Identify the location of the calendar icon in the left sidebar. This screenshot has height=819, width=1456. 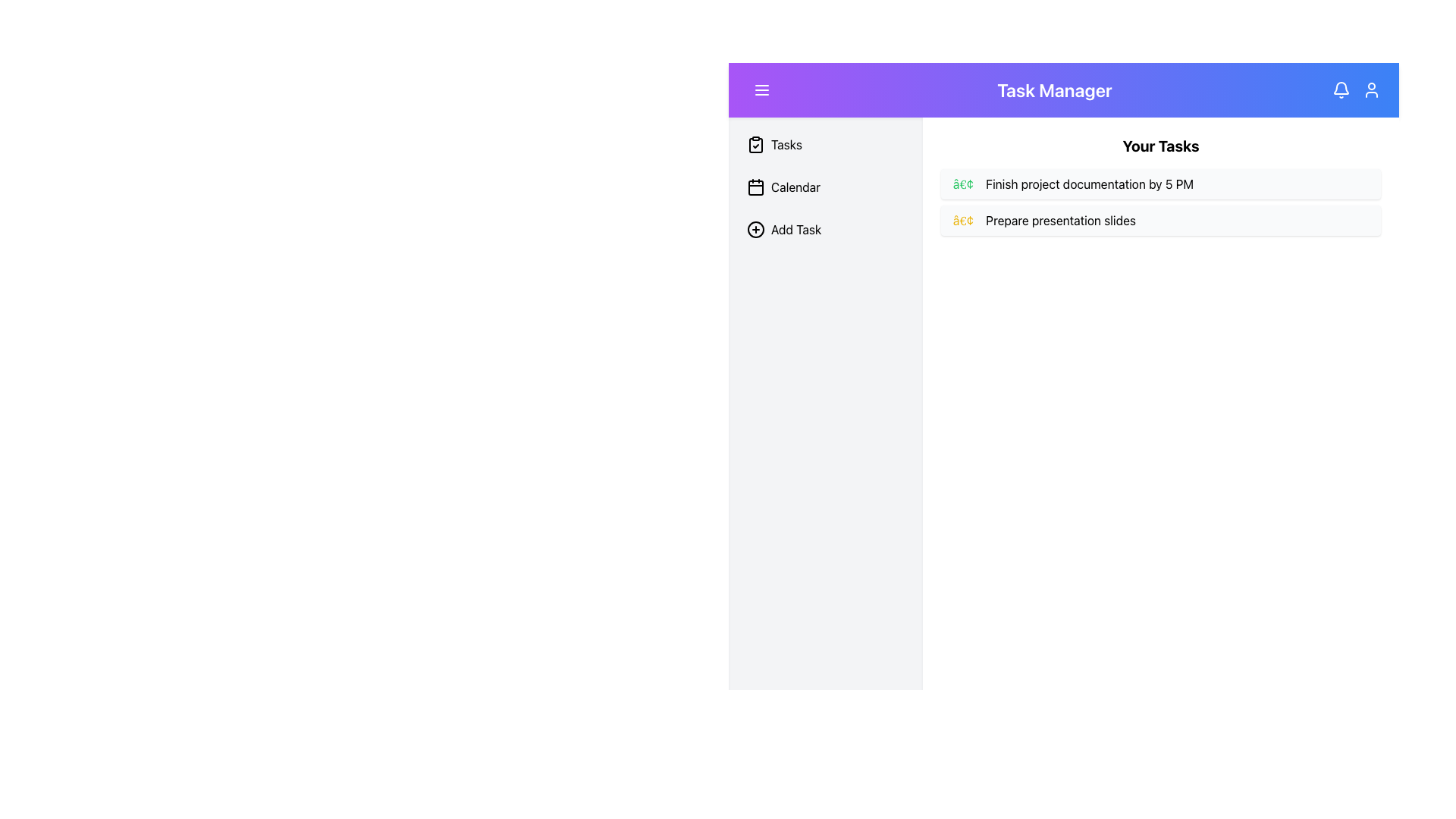
(756, 186).